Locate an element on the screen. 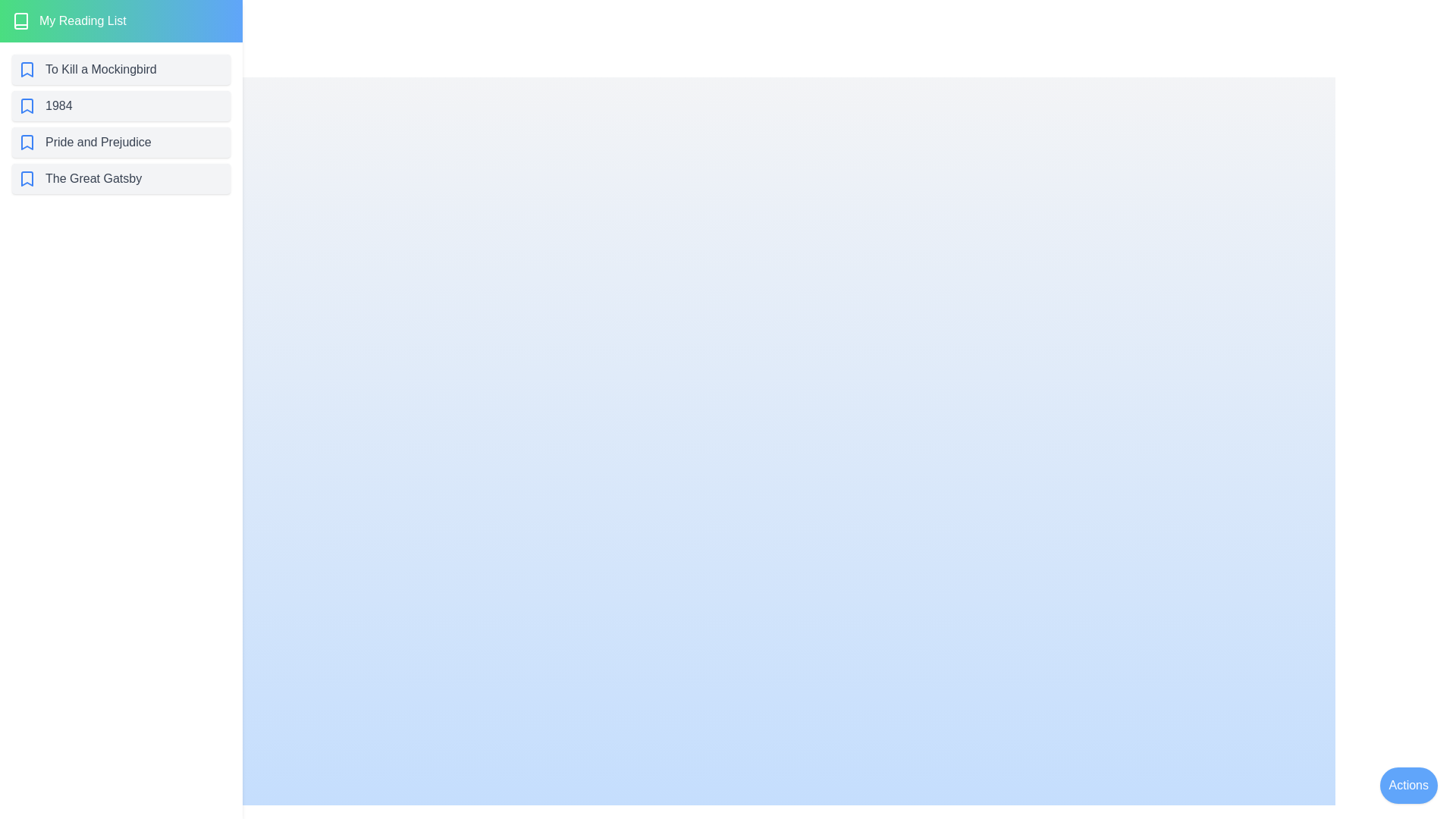 This screenshot has height=819, width=1456. the header area of the ReadingListDrawer component is located at coordinates (120, 20).